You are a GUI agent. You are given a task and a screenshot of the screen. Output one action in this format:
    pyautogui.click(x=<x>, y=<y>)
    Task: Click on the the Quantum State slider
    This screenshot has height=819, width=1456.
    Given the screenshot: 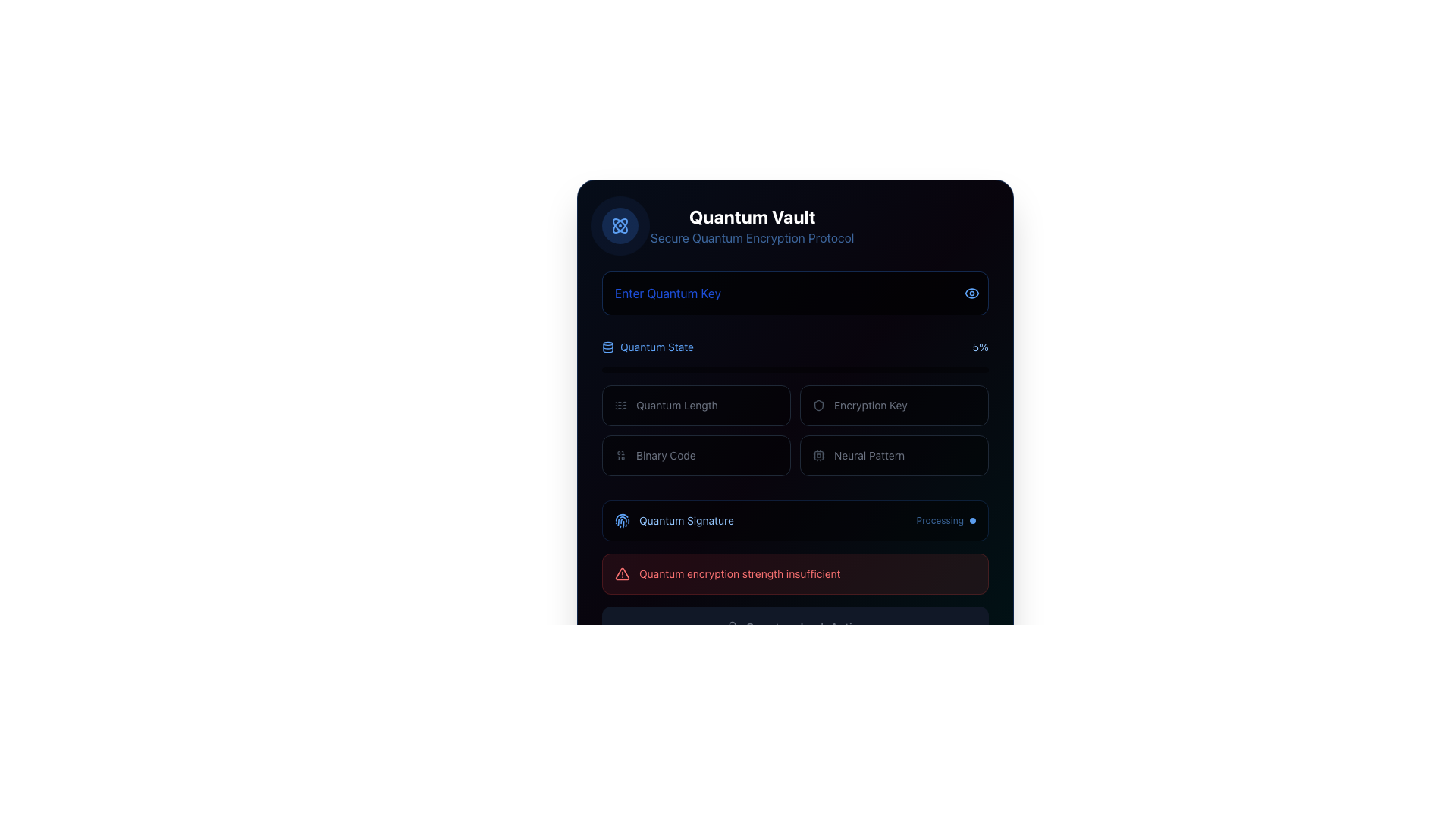 What is the action you would take?
    pyautogui.click(x=772, y=370)
    